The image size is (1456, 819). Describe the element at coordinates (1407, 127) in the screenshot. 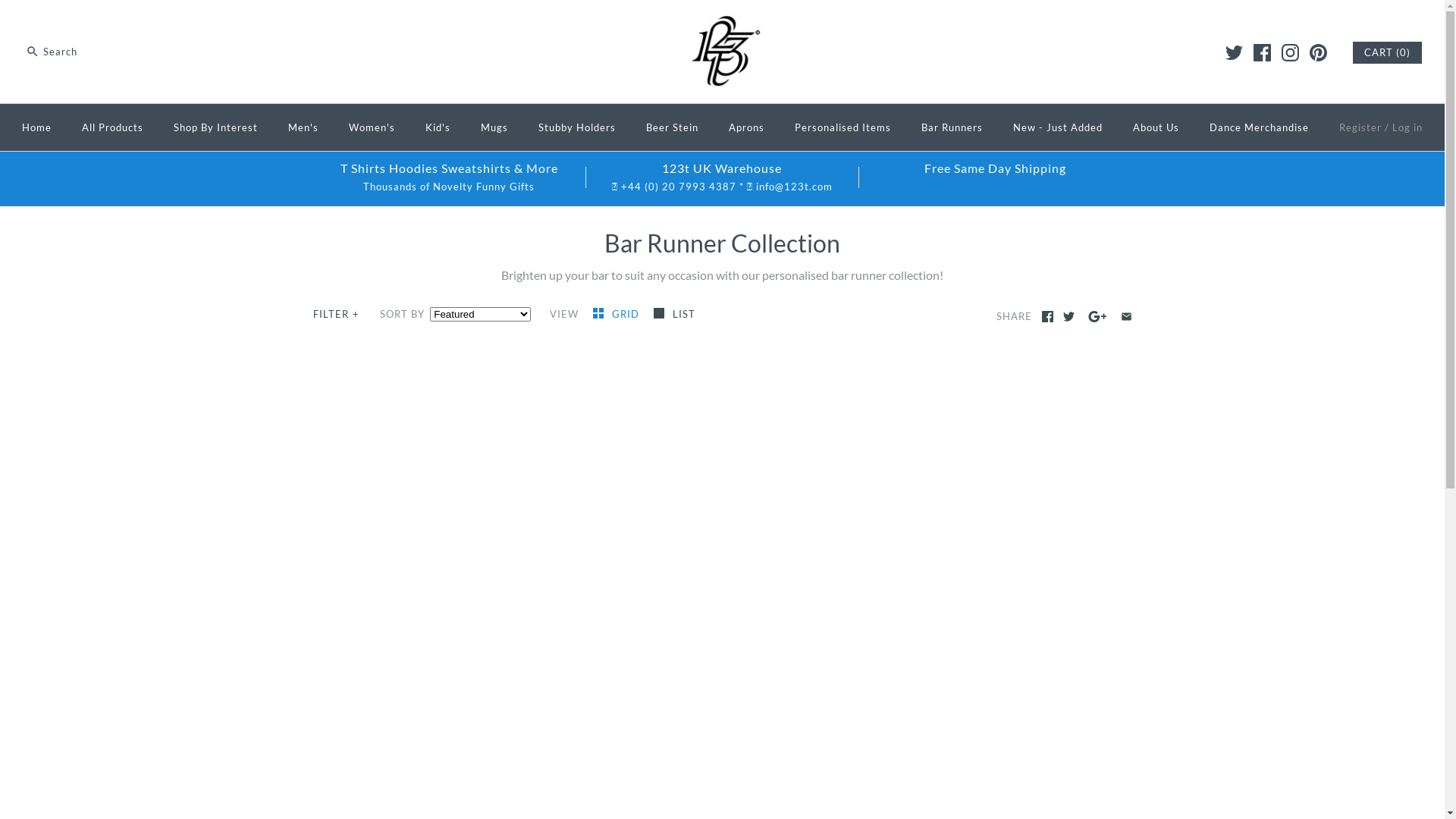

I see `'Log in'` at that location.